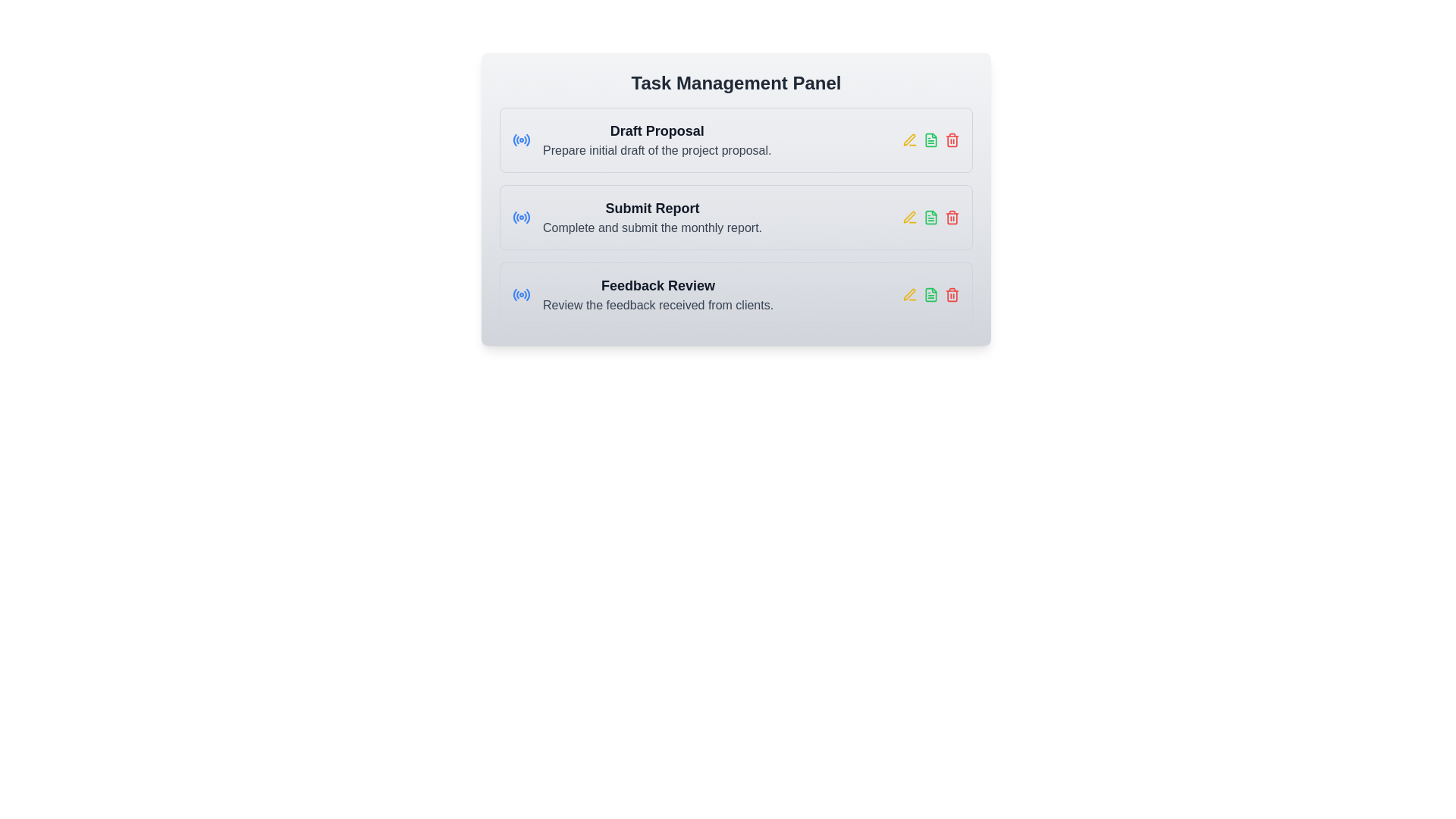 This screenshot has width=1456, height=819. Describe the element at coordinates (637, 217) in the screenshot. I see `text content of the task management item labeled 'Submit Report' with the subtitle 'Complete and submit the monthly report.'` at that location.